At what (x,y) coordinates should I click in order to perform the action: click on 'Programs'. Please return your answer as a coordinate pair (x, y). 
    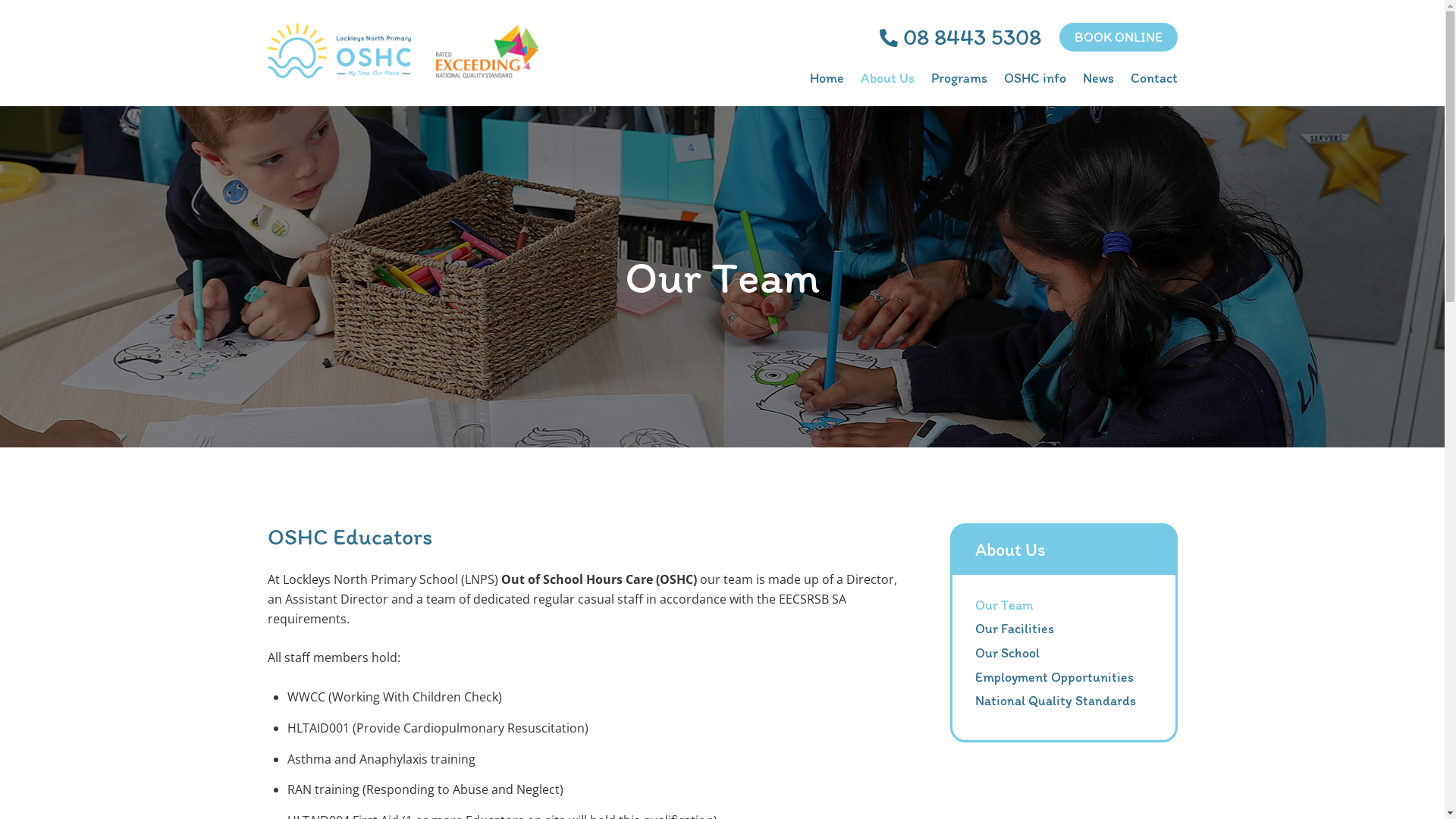
    Looking at the image, I should click on (959, 79).